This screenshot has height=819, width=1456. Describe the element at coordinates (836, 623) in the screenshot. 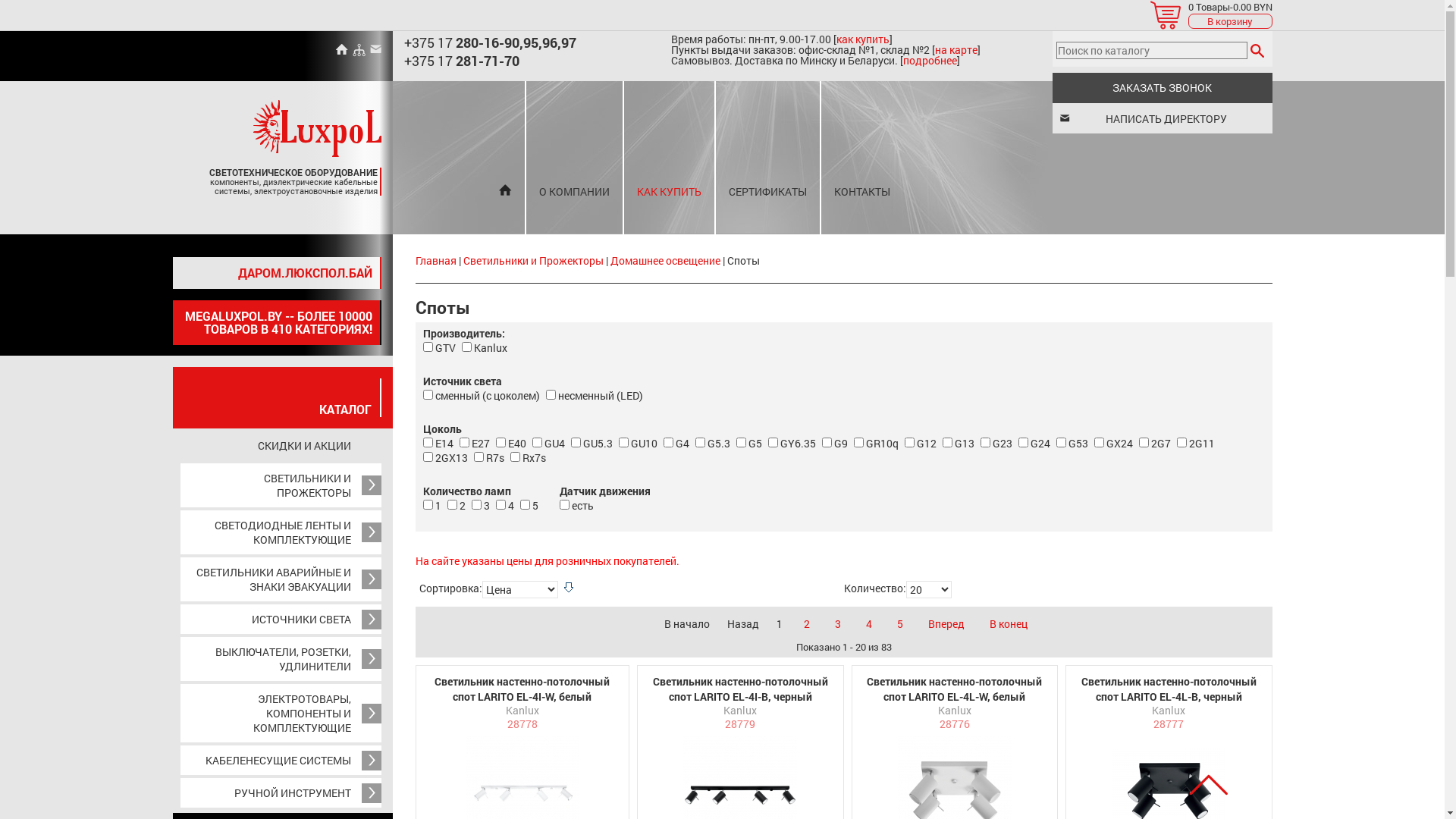

I see `'3'` at that location.